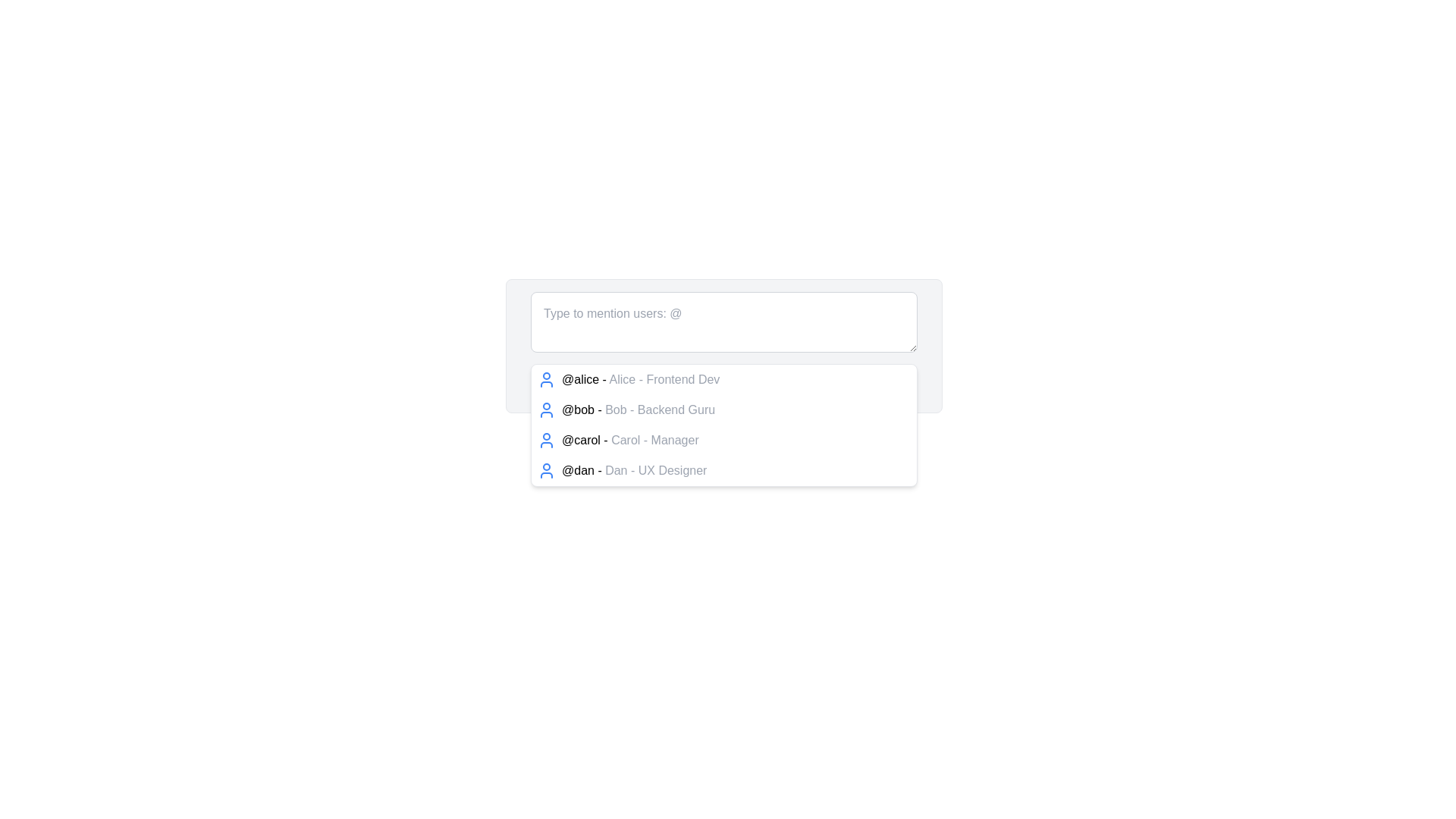  What do you see at coordinates (546, 470) in the screenshot?
I see `the user icon represented by a blue circular silhouette in the dropdown list labeled '@dan - Dan - UX Designer'` at bounding box center [546, 470].